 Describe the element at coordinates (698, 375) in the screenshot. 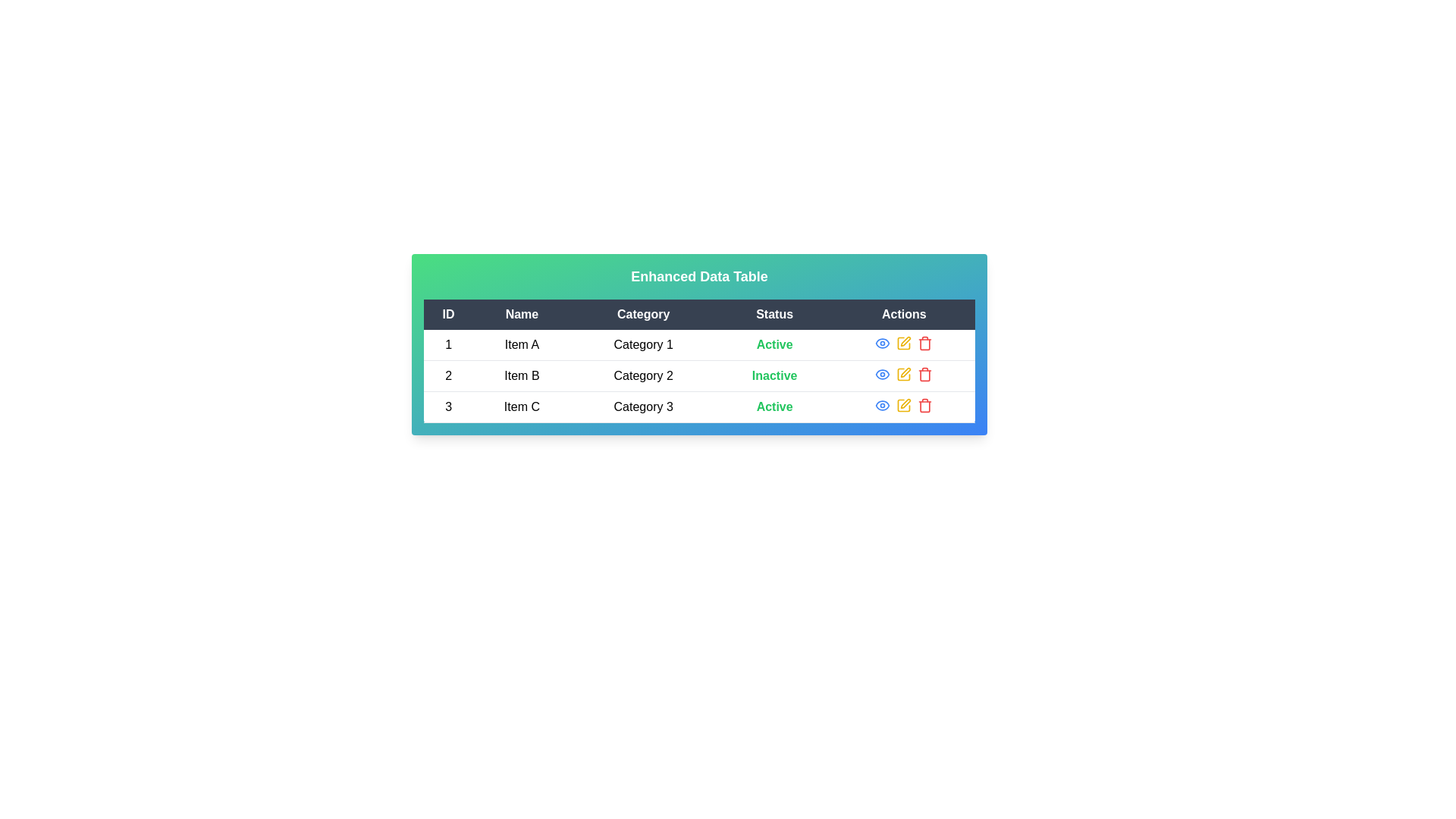

I see `the row corresponding to 2` at that location.